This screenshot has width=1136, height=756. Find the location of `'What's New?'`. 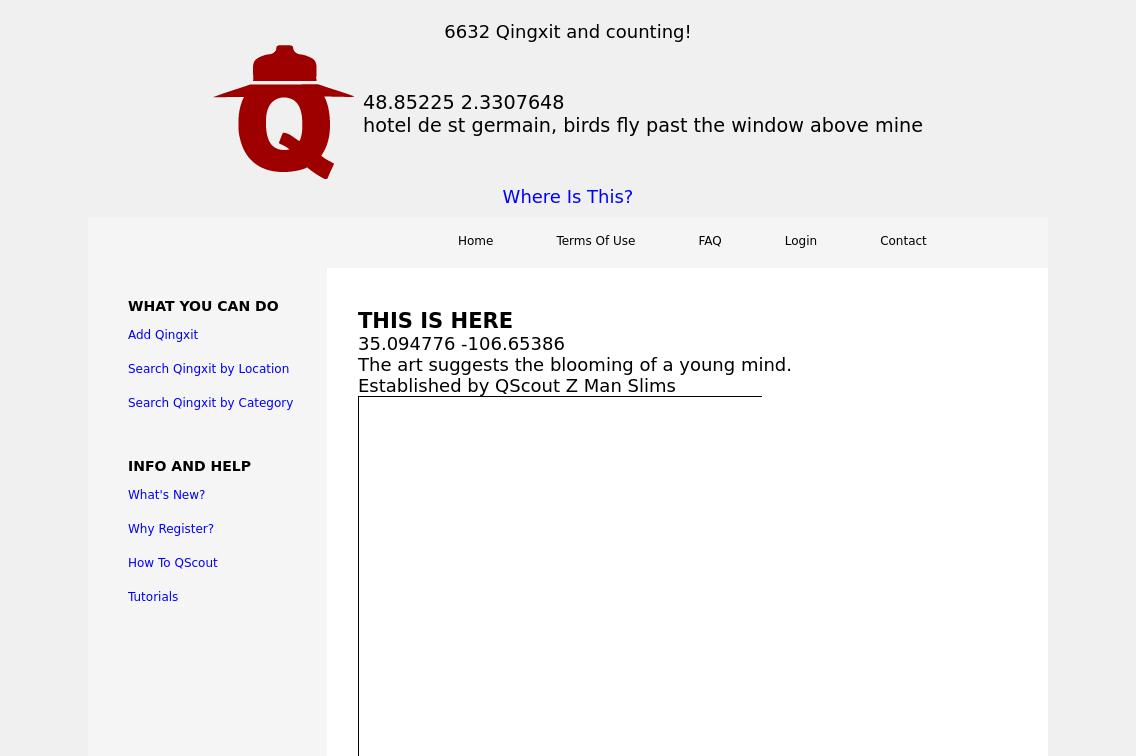

'What's New?' is located at coordinates (165, 495).